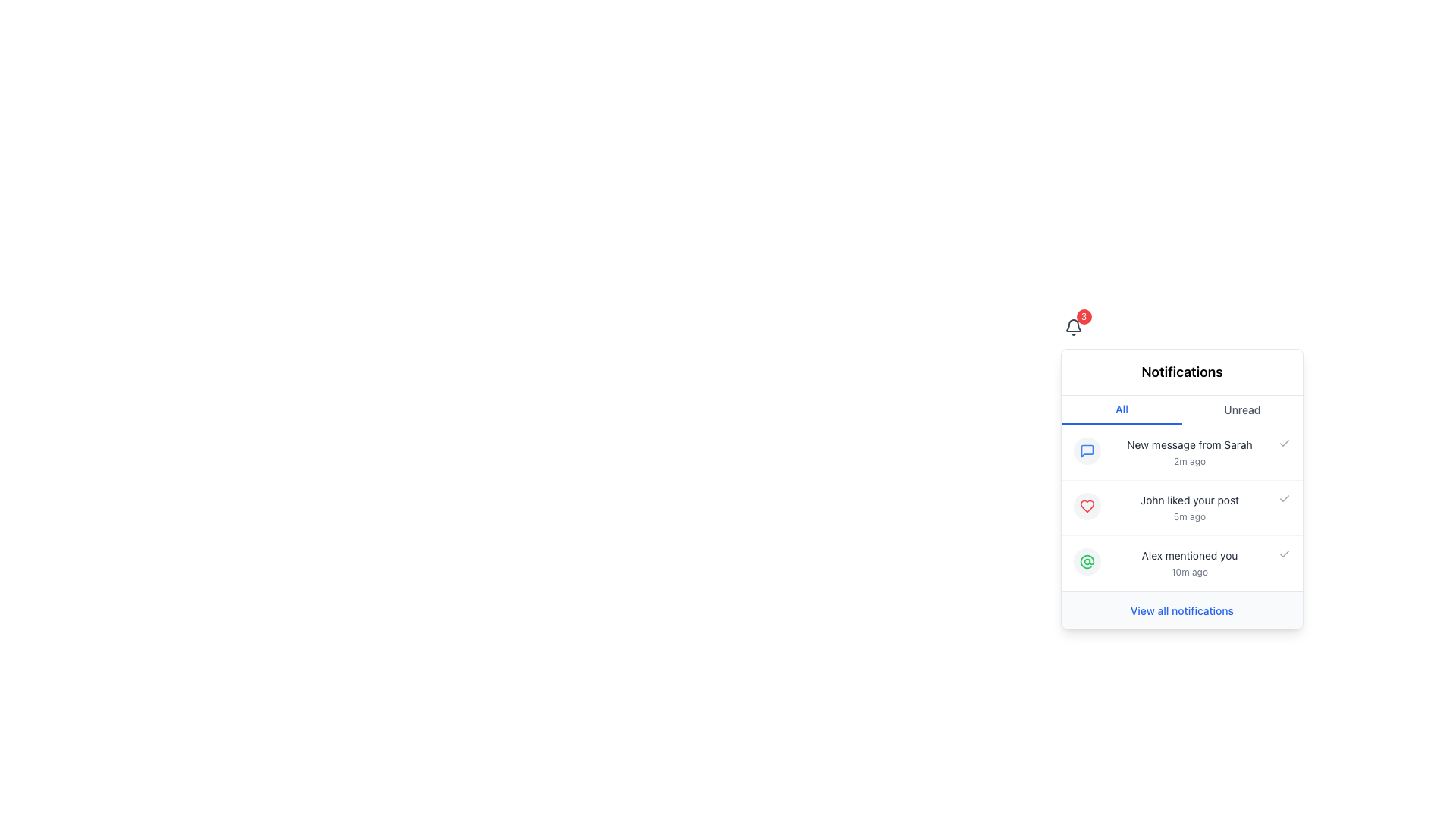  What do you see at coordinates (1189, 500) in the screenshot?
I see `the text label that reads 'John liked your post' in the notification list panel` at bounding box center [1189, 500].